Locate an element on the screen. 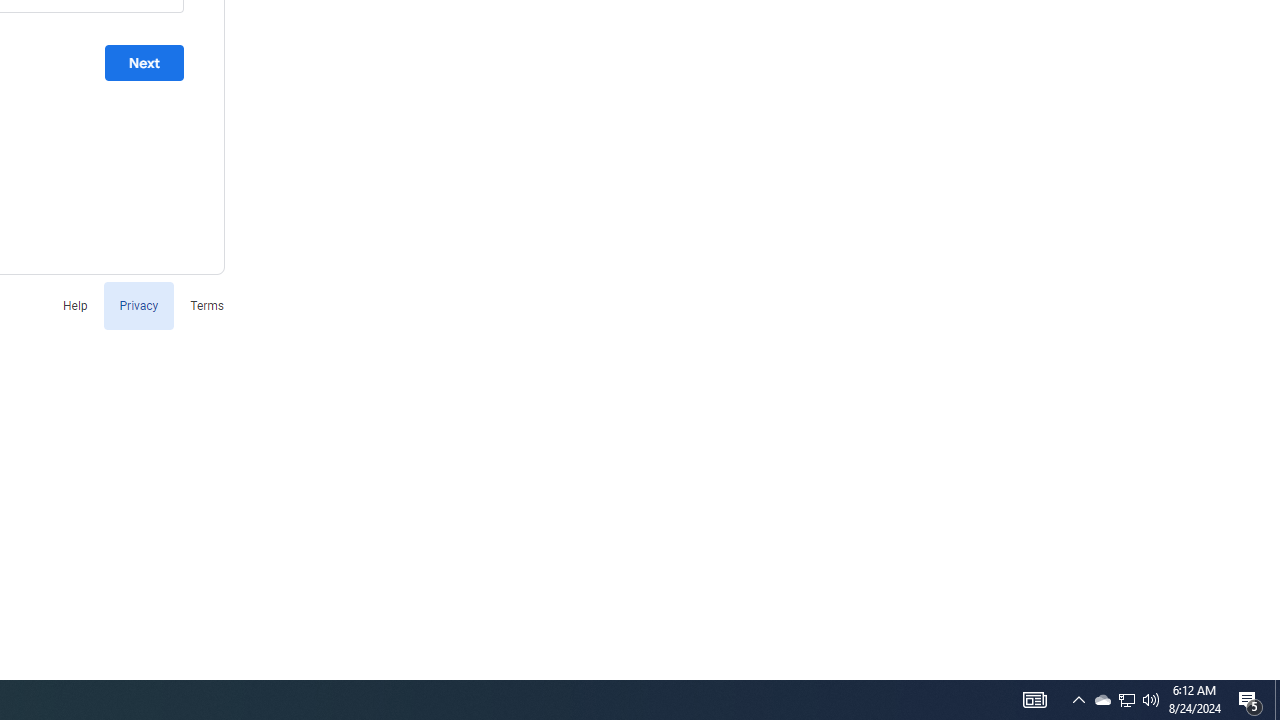  'Next' is located at coordinates (143, 62).